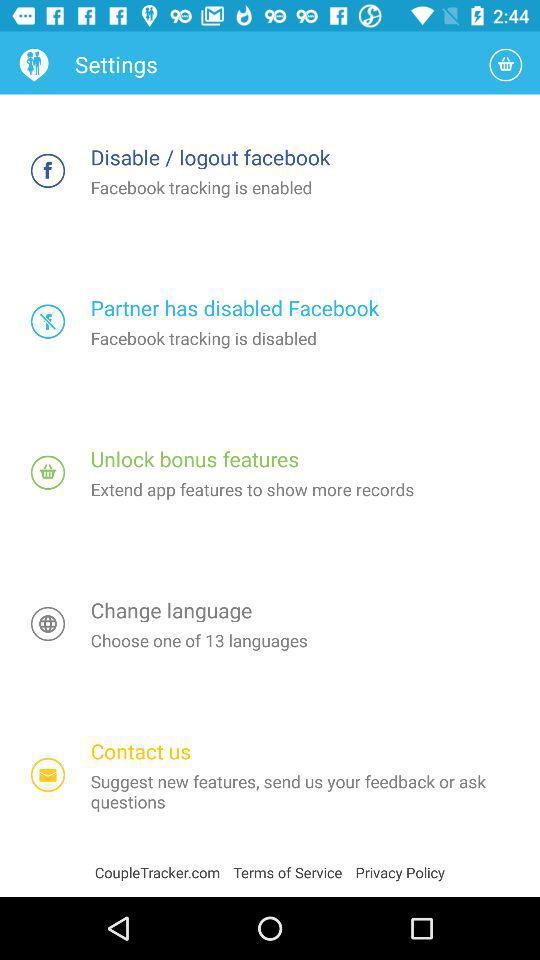  Describe the element at coordinates (163, 871) in the screenshot. I see `coupletracker.com icon` at that location.